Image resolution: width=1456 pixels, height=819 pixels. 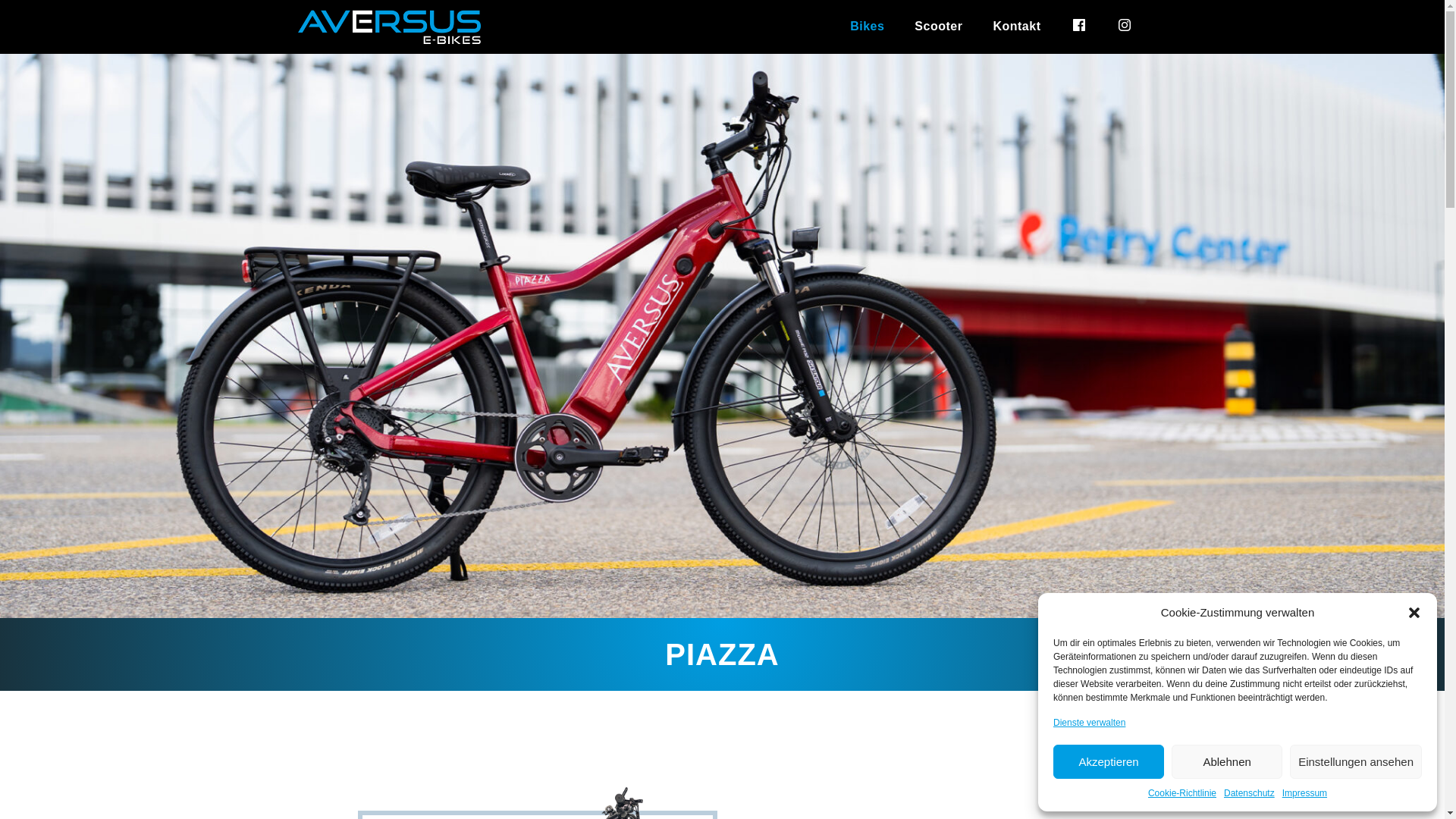 I want to click on 'Akzeptieren', so click(x=1052, y=761).